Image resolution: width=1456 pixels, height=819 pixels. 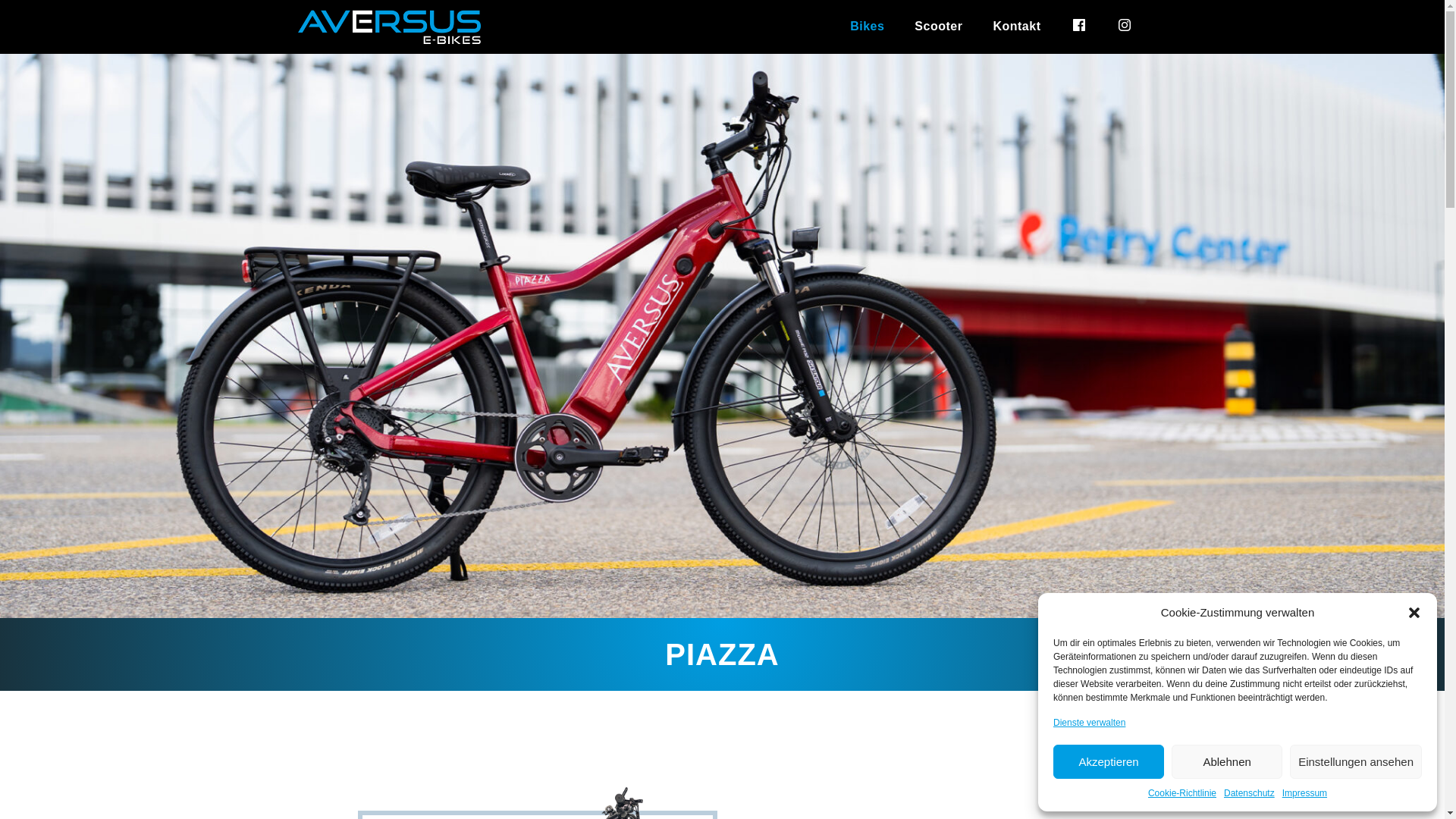 I want to click on 'Akzeptieren', so click(x=1052, y=761).